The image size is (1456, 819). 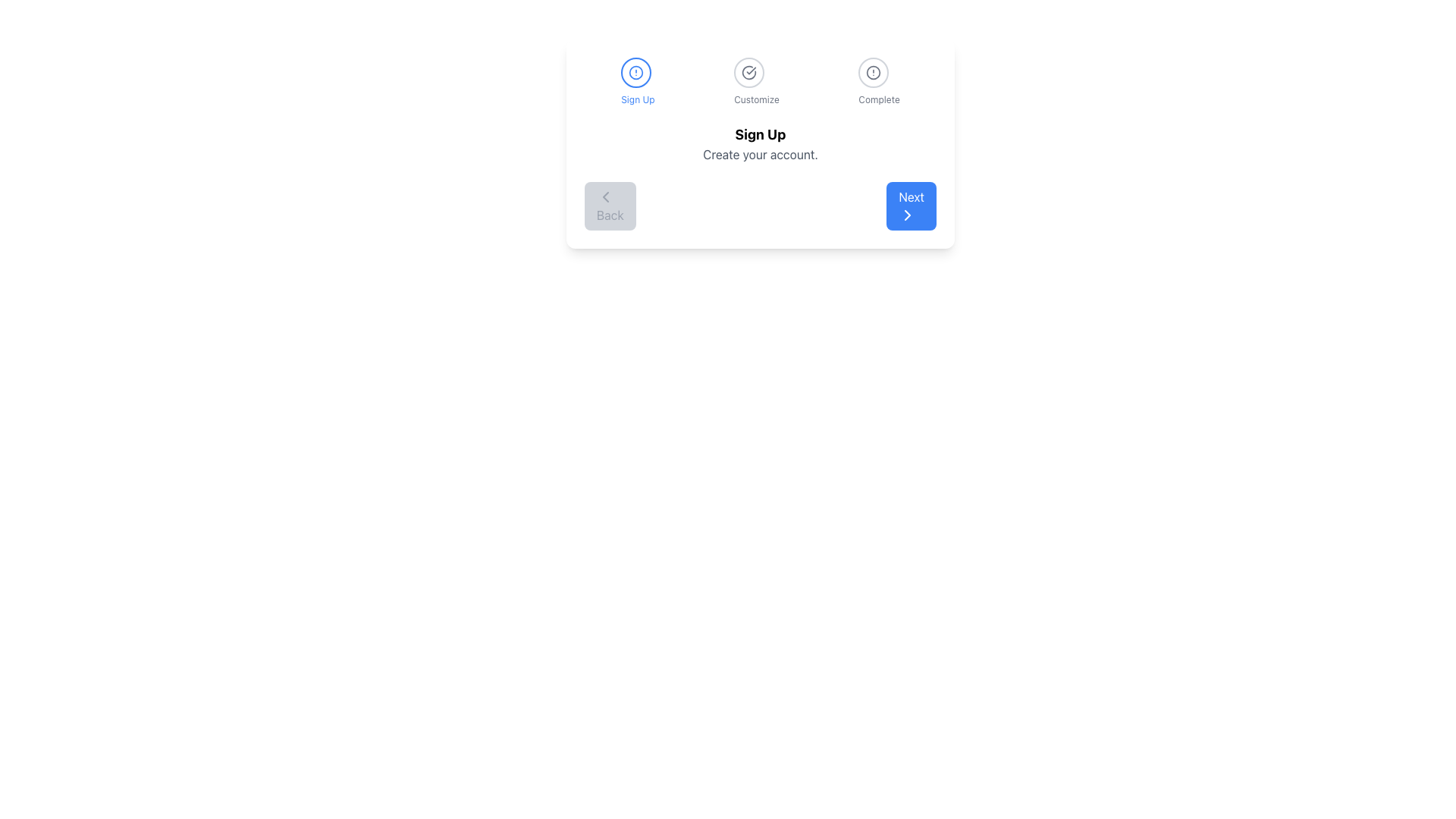 What do you see at coordinates (879, 99) in the screenshot?
I see `the text label that identifies the third step in the navigation process, which is centrally positioned below the rightmost circular icon in a set of three horizontally arranged icons` at bounding box center [879, 99].